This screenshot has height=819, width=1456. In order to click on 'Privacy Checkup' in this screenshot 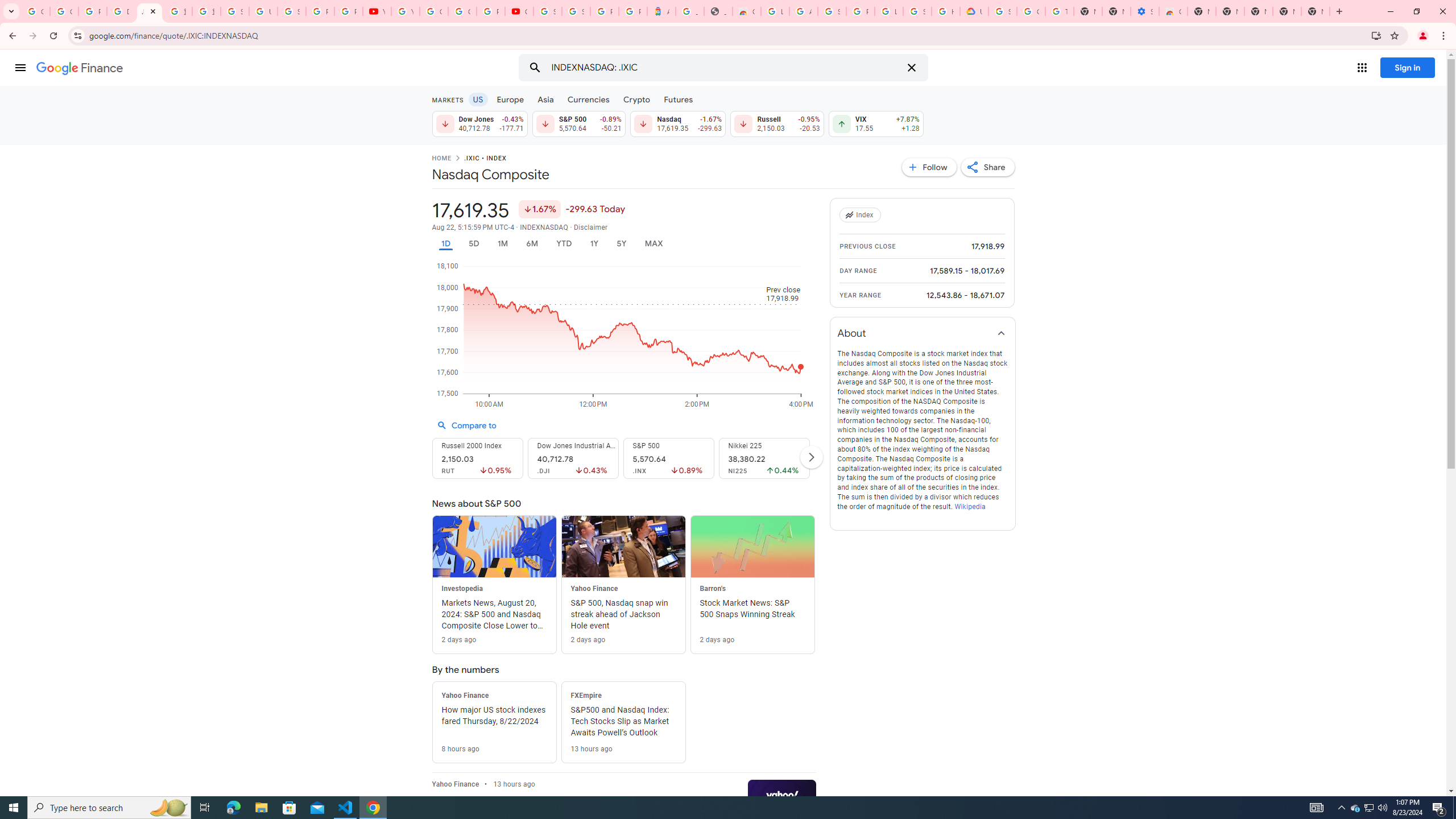, I will do `click(348, 11)`.